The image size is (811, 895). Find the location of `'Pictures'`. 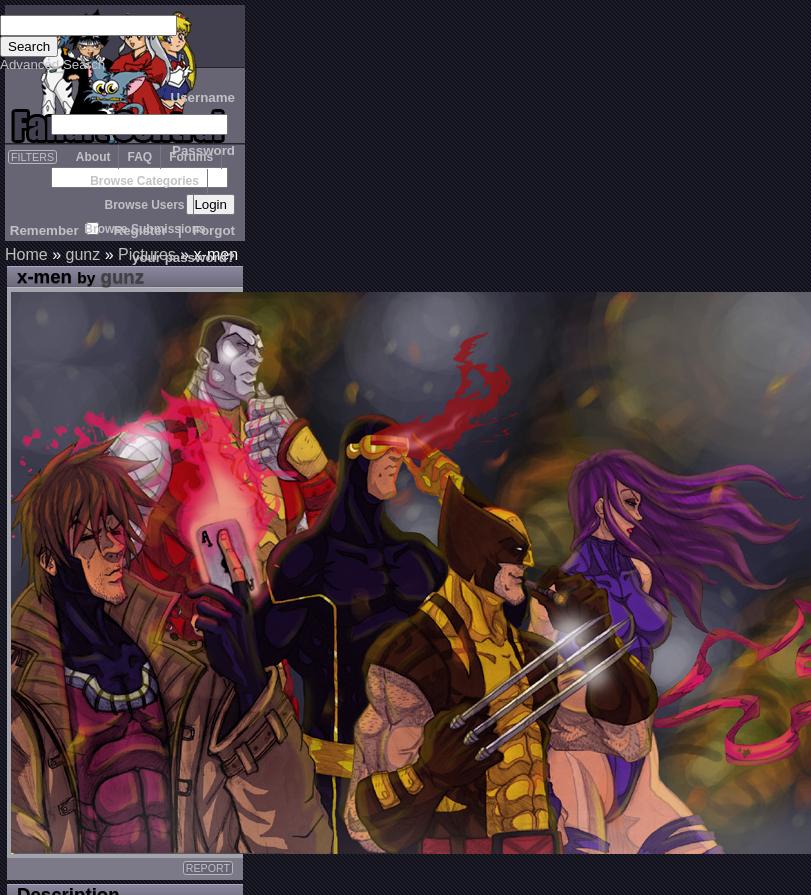

'Pictures' is located at coordinates (145, 254).